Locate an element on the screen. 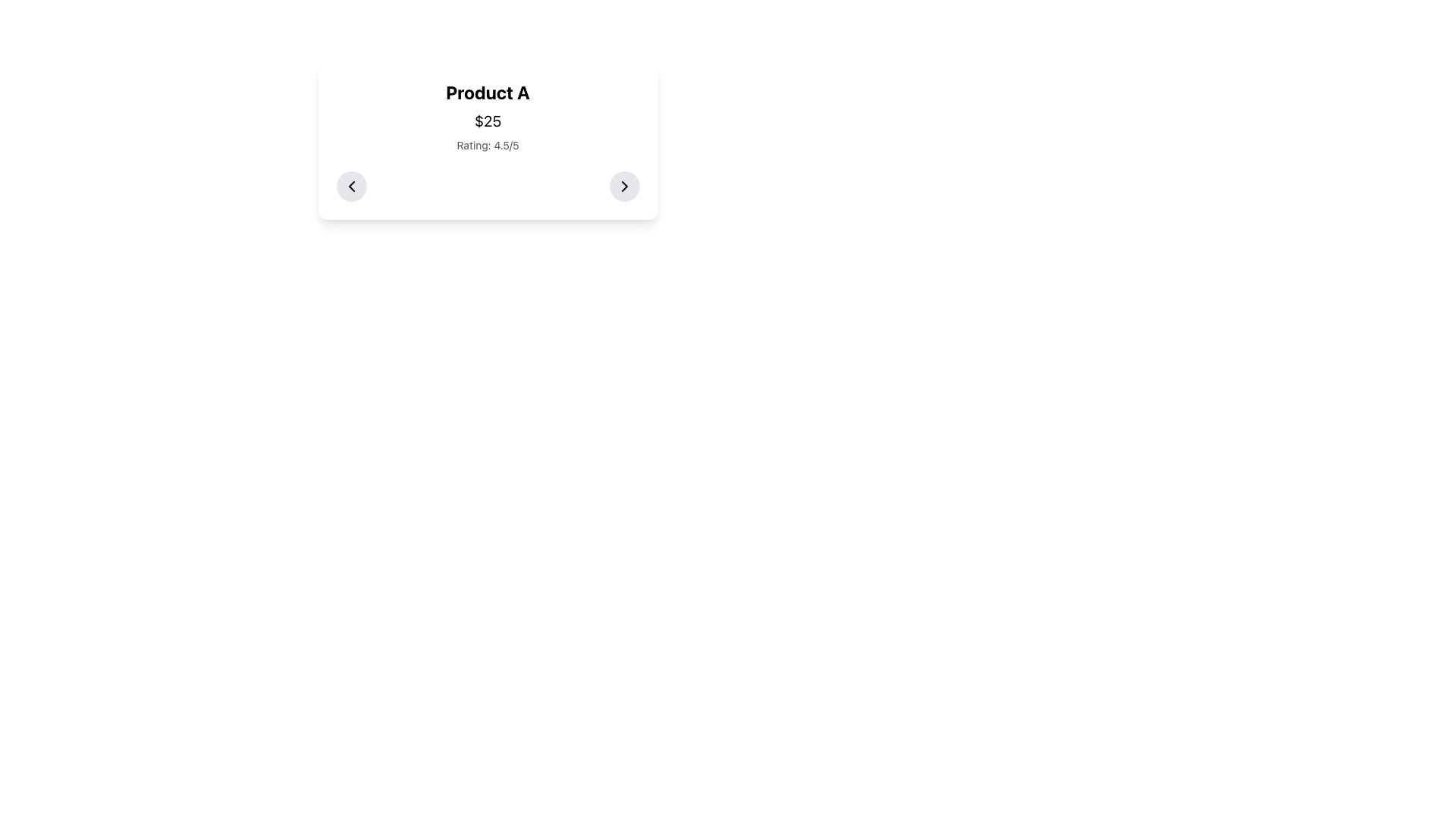  the right-facing chevron arrow SVG icon within the circular button located at the far-right side of the card component for 'Product A' is located at coordinates (624, 186).